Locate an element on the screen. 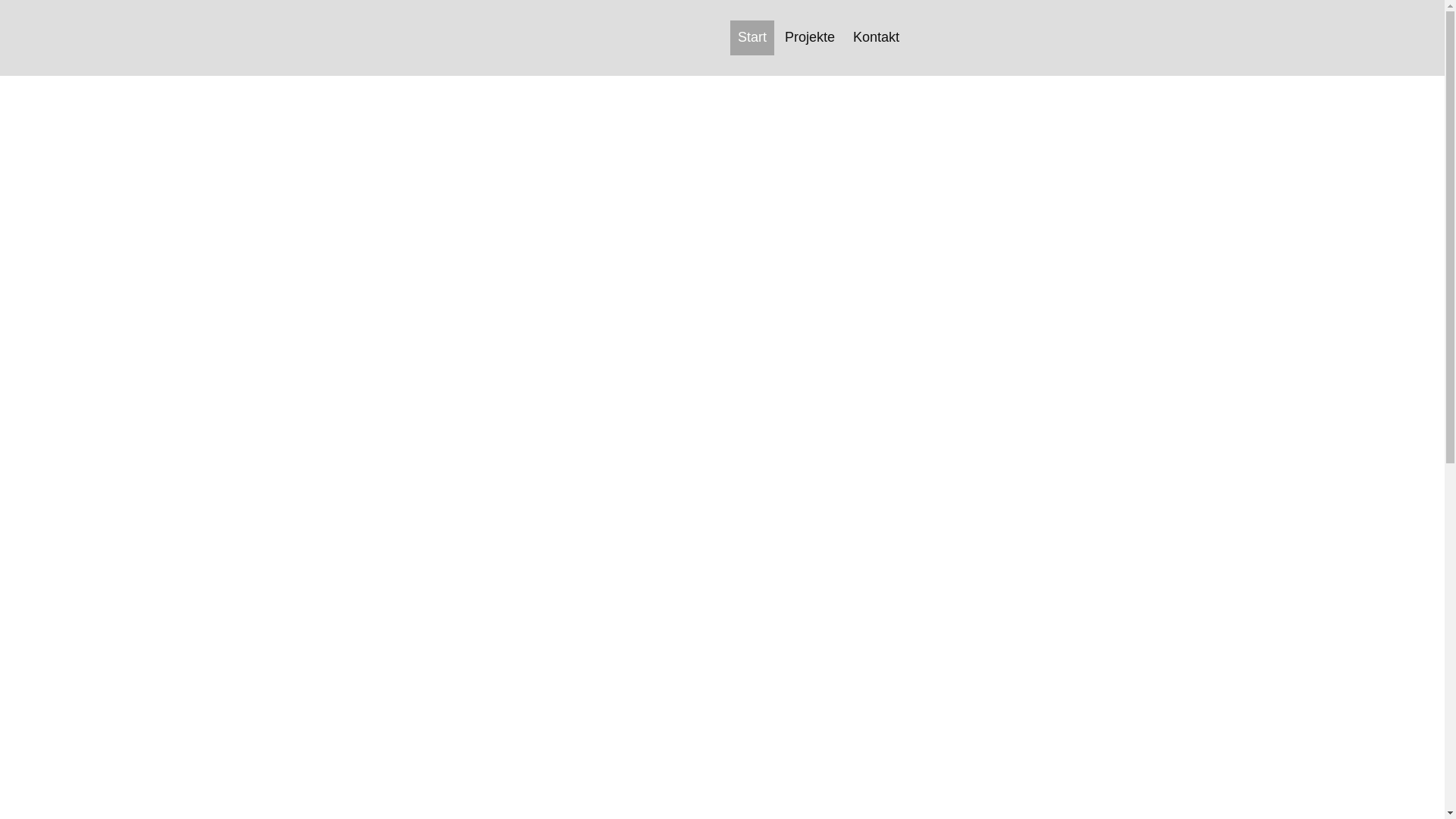 The image size is (1456, 819). 'Start' is located at coordinates (752, 36).